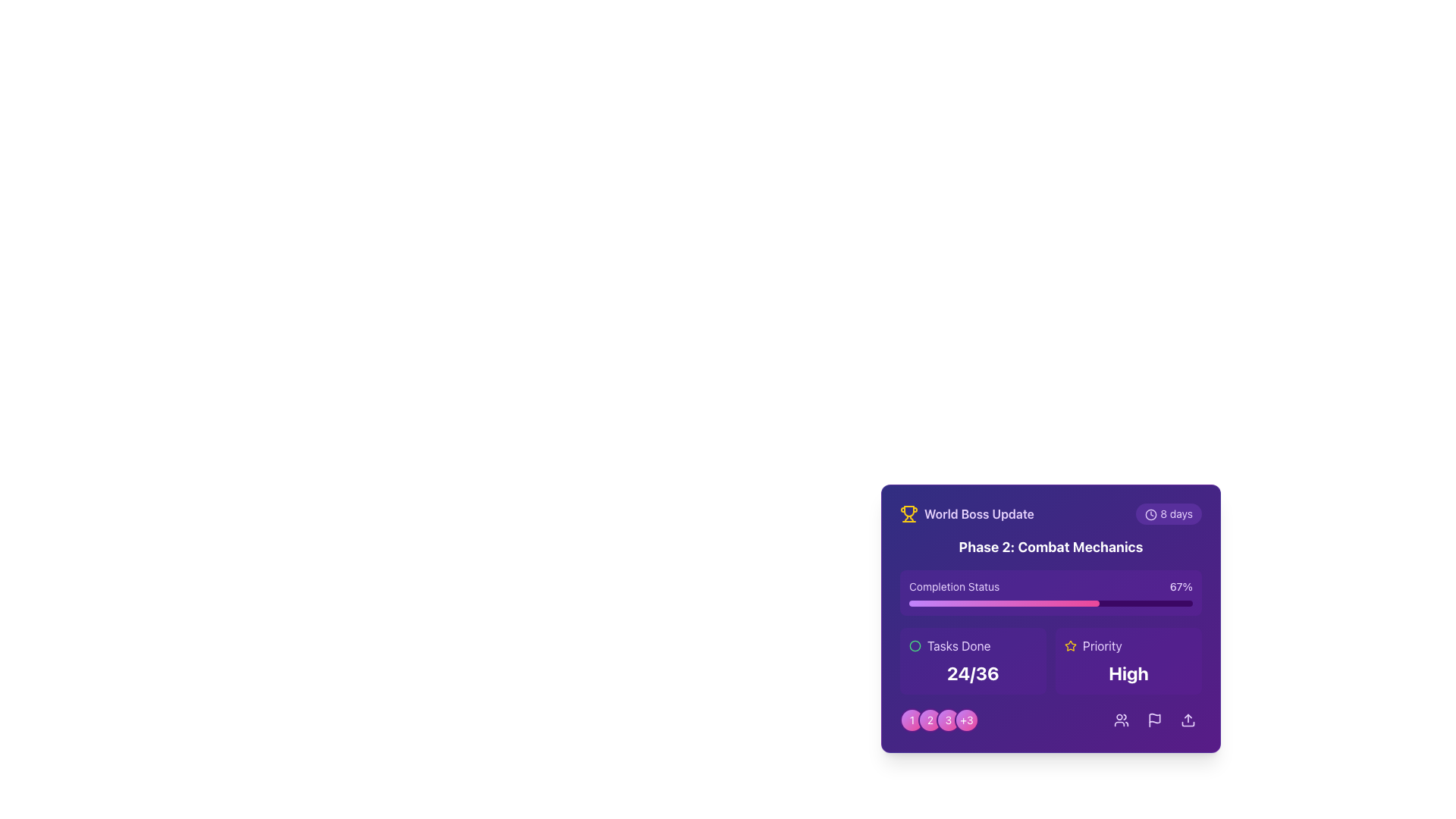 The image size is (1456, 819). What do you see at coordinates (1151, 514) in the screenshot?
I see `the clock icon located in the top-right corner of the main card, which is positioned to the left of the text '8 days'` at bounding box center [1151, 514].